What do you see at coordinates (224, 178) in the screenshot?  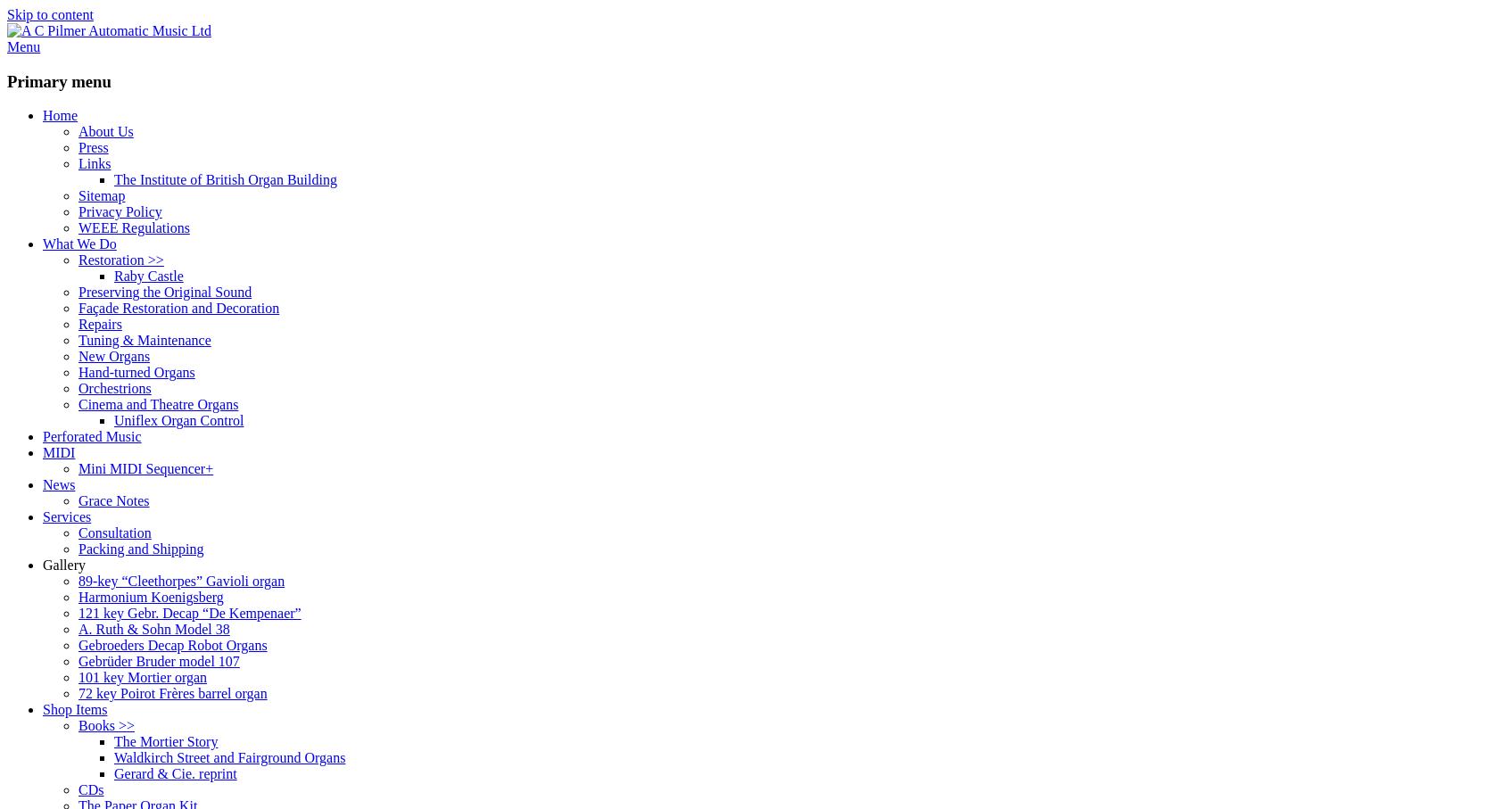 I see `'The Institute of British Organ Building'` at bounding box center [224, 178].